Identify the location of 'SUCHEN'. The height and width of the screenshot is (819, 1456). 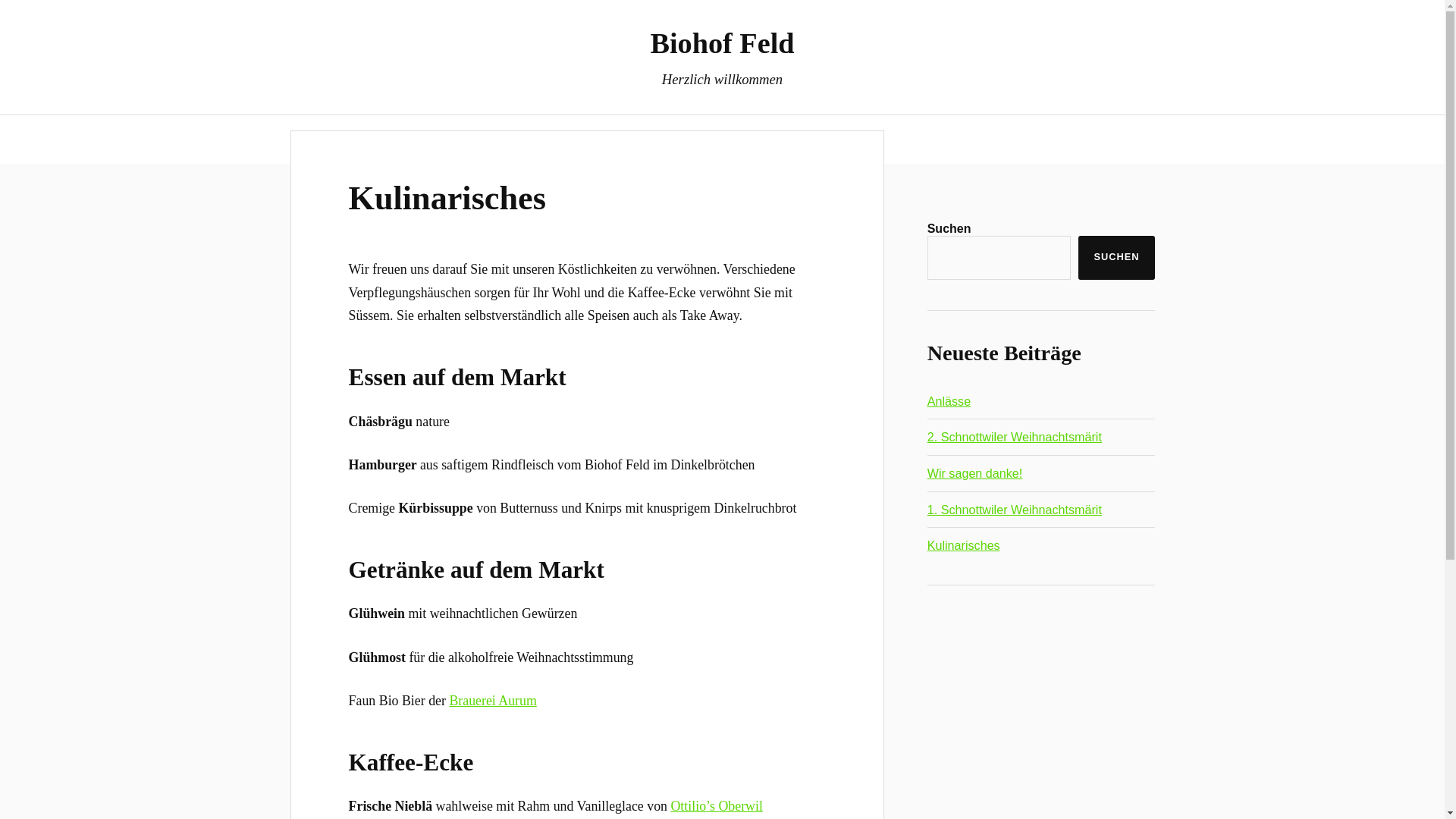
(1077, 256).